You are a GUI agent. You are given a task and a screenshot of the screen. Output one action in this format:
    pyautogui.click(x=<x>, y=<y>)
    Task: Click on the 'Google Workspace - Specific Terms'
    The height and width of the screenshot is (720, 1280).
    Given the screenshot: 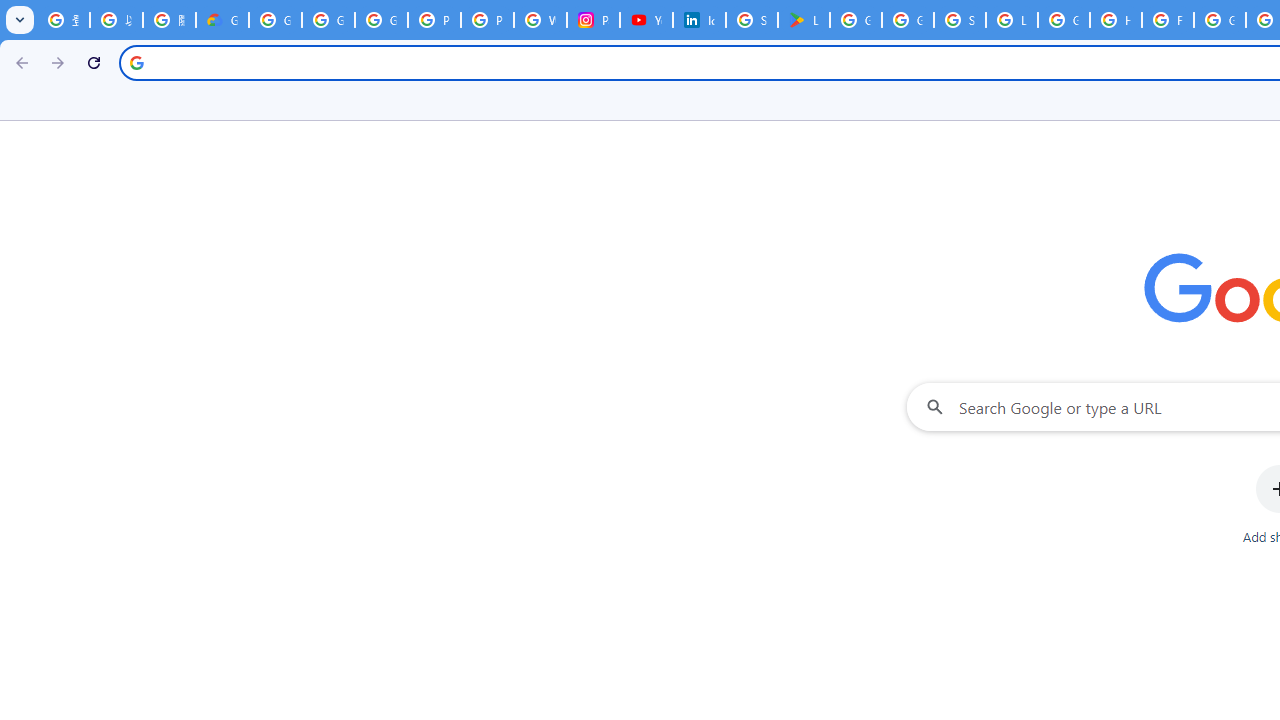 What is the action you would take?
    pyautogui.click(x=907, y=20)
    